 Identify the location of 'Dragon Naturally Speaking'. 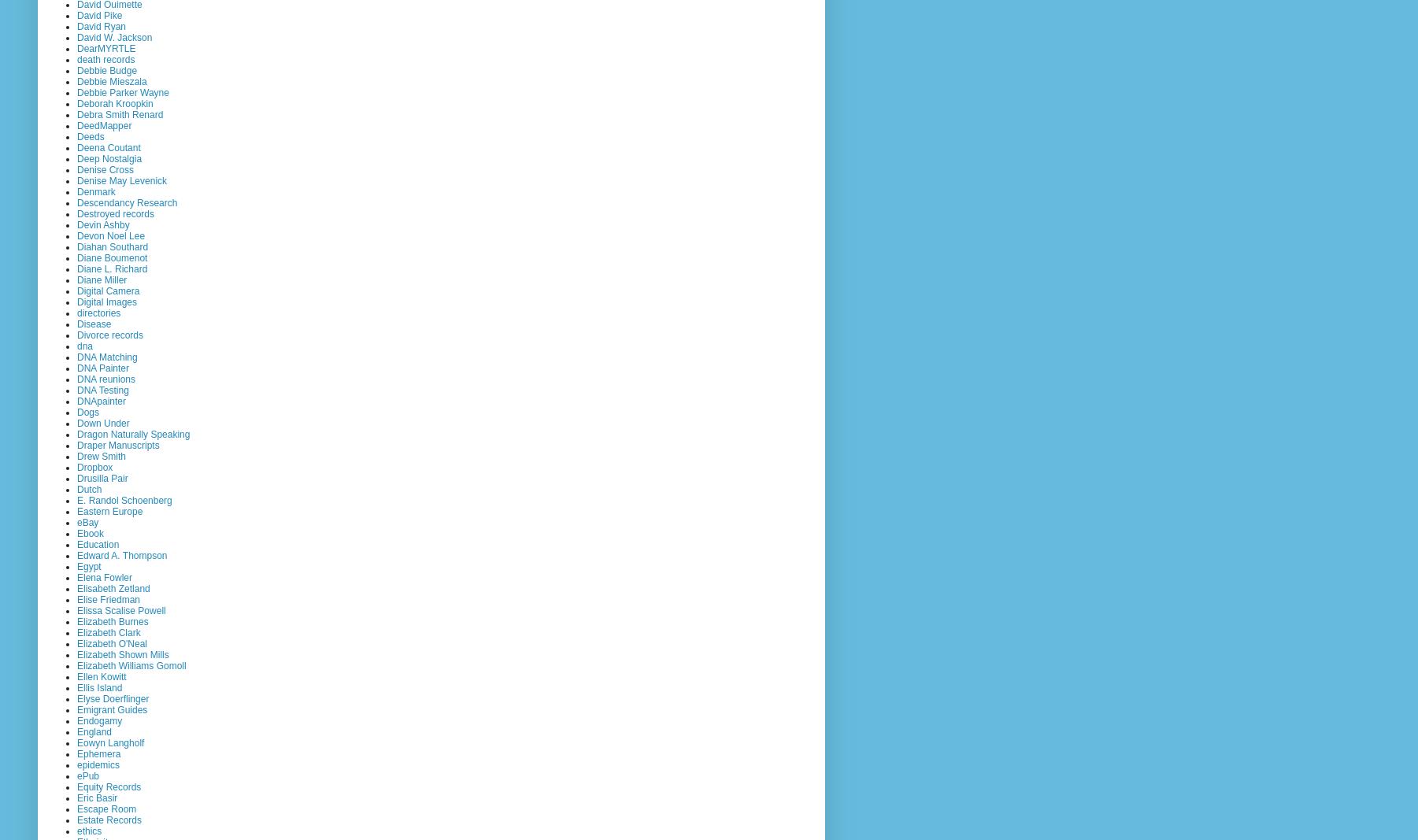
(133, 433).